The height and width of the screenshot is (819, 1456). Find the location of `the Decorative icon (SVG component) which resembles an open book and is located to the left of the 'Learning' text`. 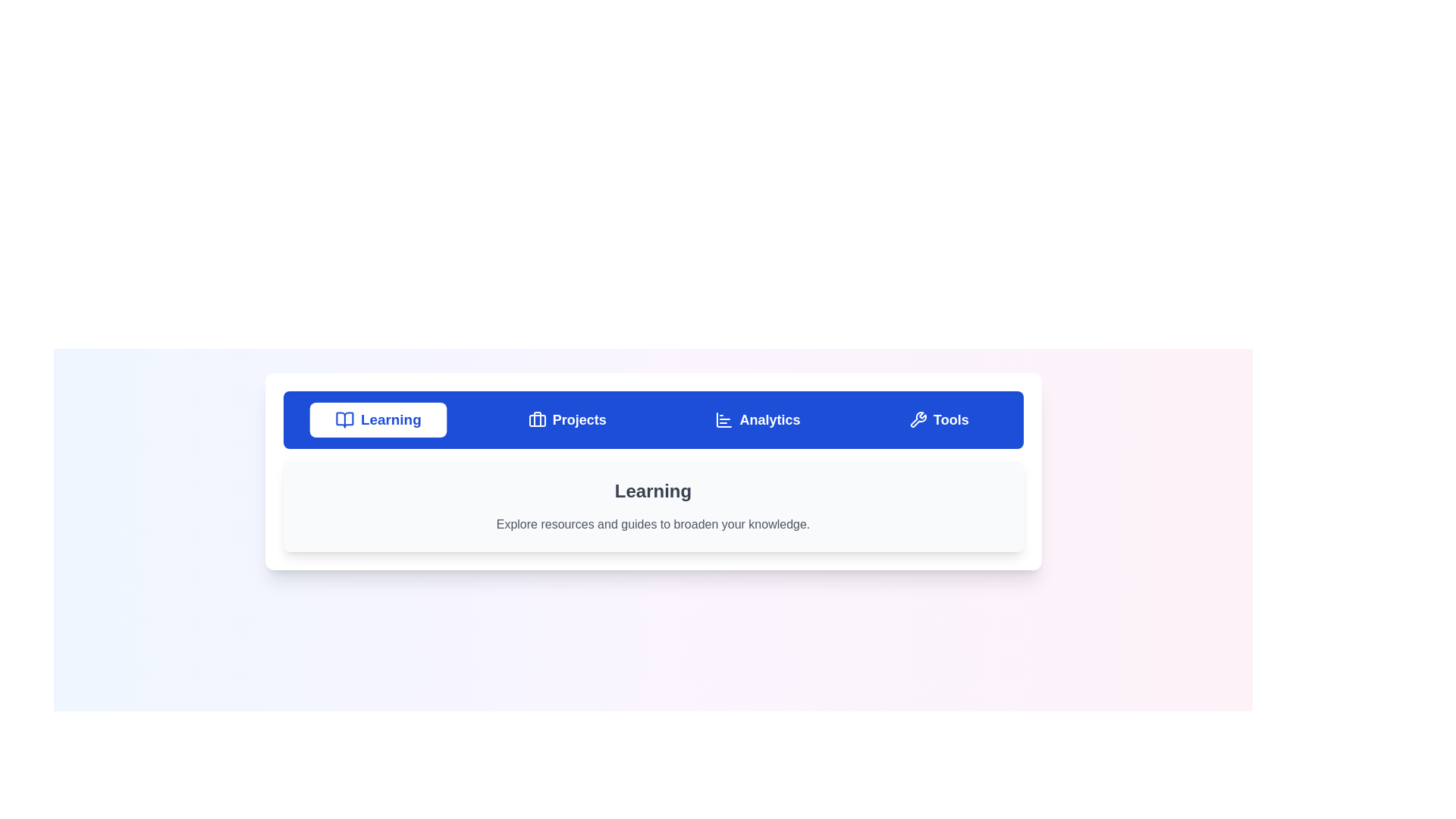

the Decorative icon (SVG component) which resembles an open book and is located to the left of the 'Learning' text is located at coordinates (344, 420).